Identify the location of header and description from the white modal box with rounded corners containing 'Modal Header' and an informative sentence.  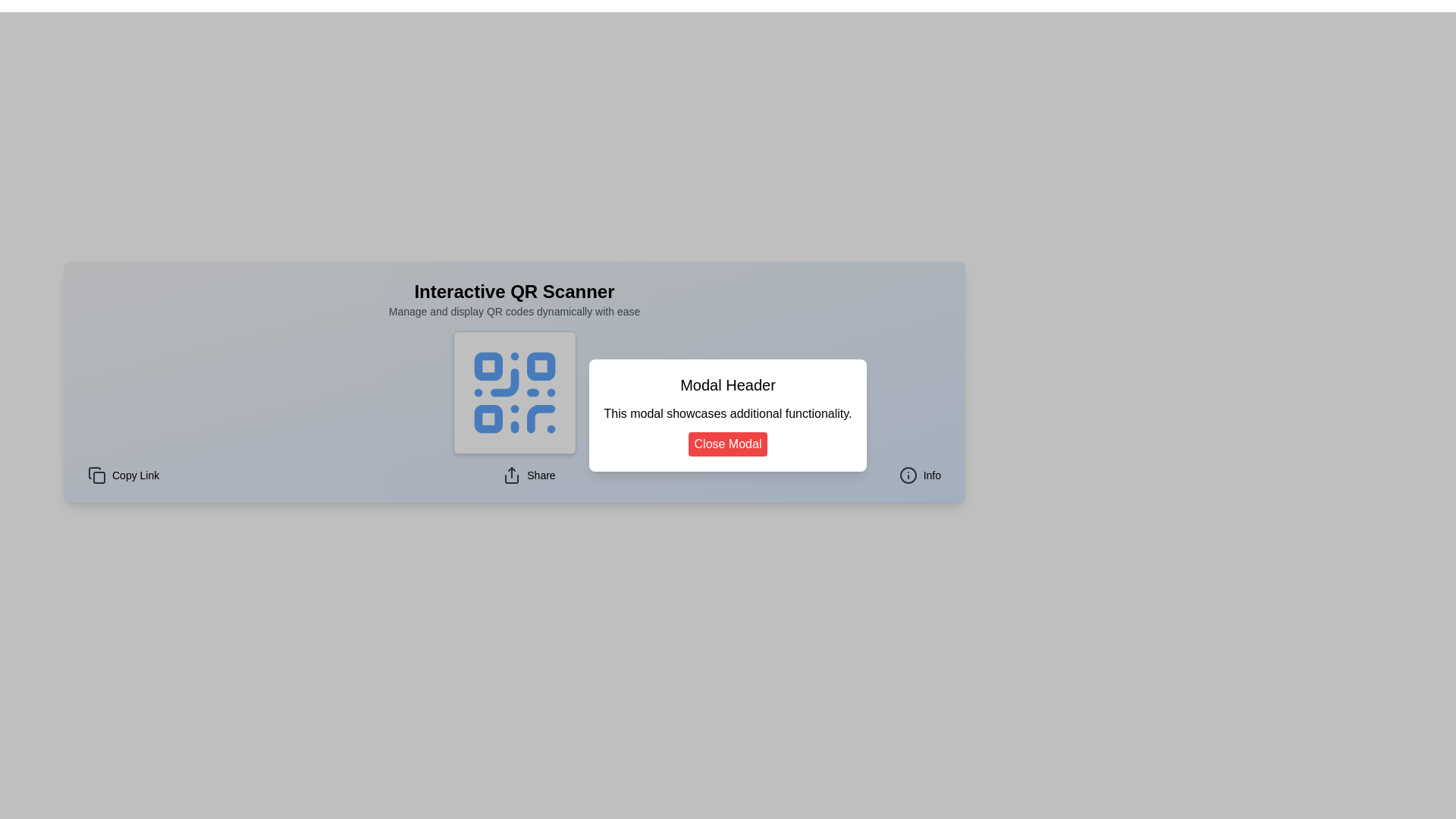
(728, 415).